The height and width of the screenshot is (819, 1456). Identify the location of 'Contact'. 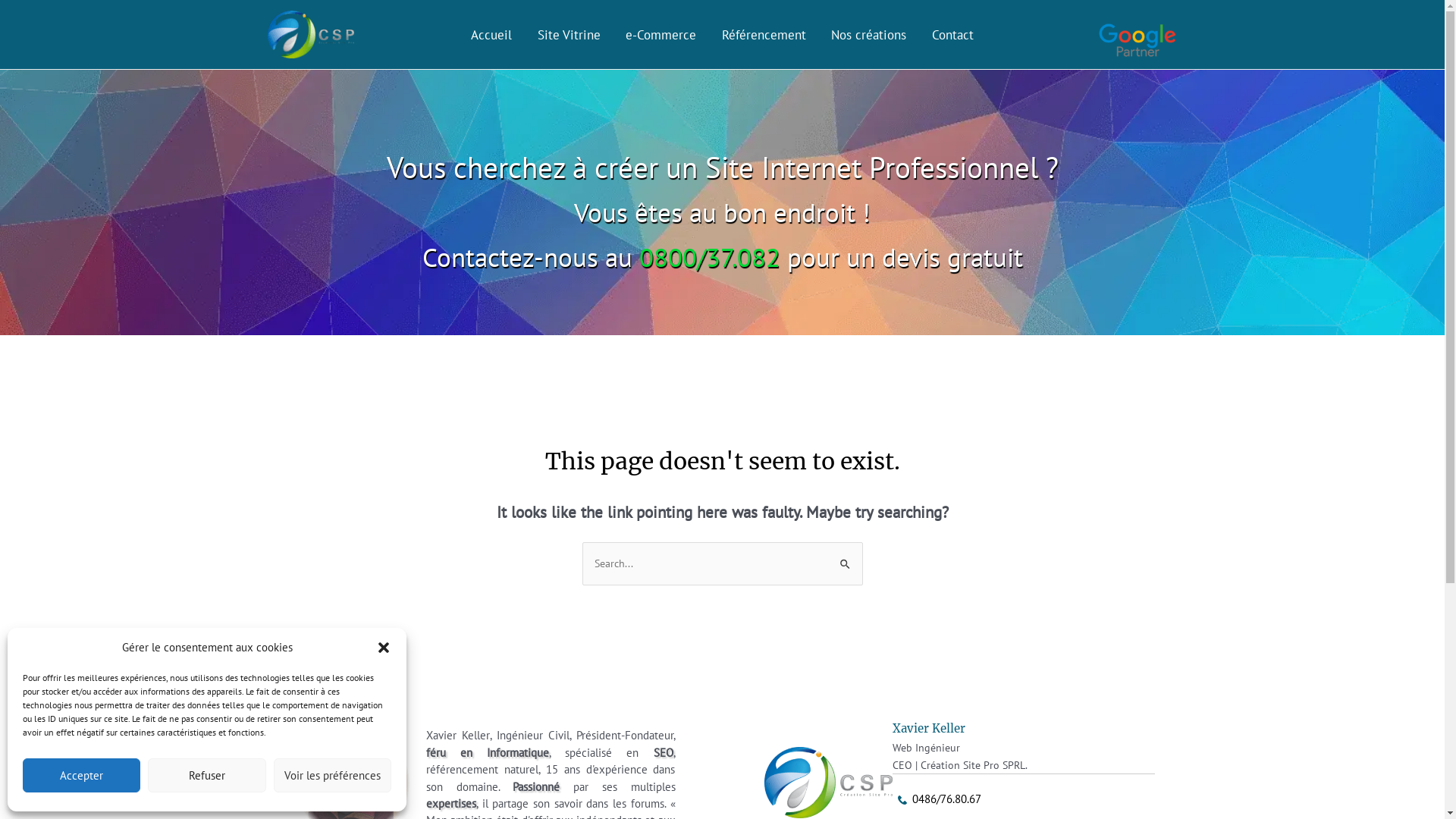
(952, 34).